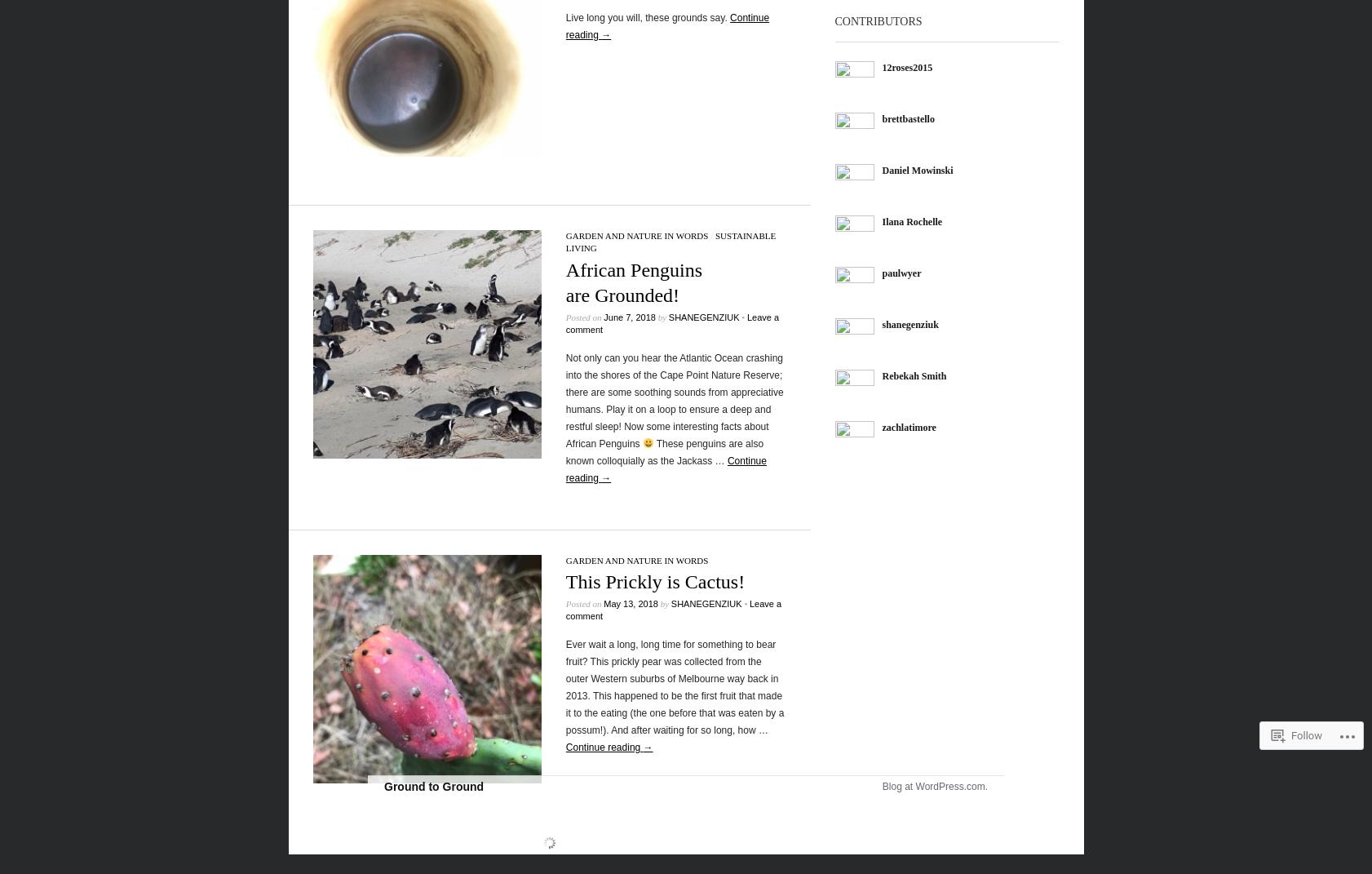 The image size is (1372, 874). What do you see at coordinates (881, 375) in the screenshot?
I see `'Rebekah Smith'` at bounding box center [881, 375].